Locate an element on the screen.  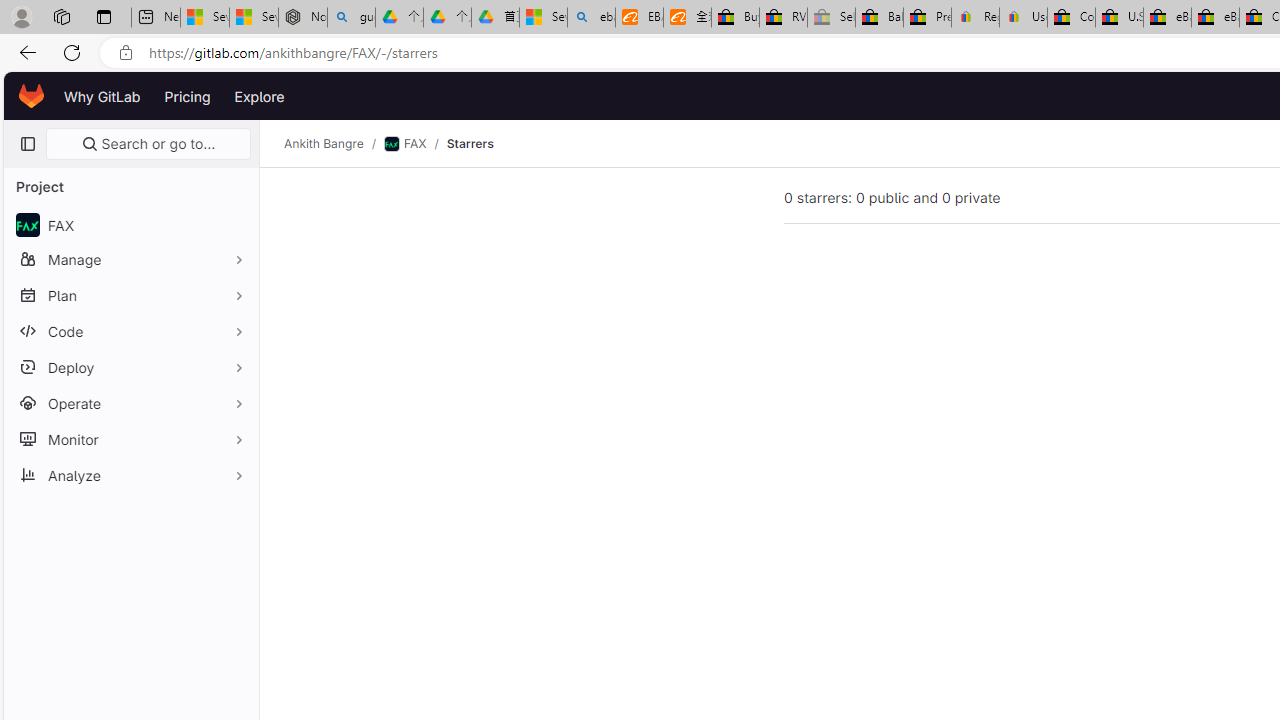
'Pricing' is located at coordinates (187, 96).